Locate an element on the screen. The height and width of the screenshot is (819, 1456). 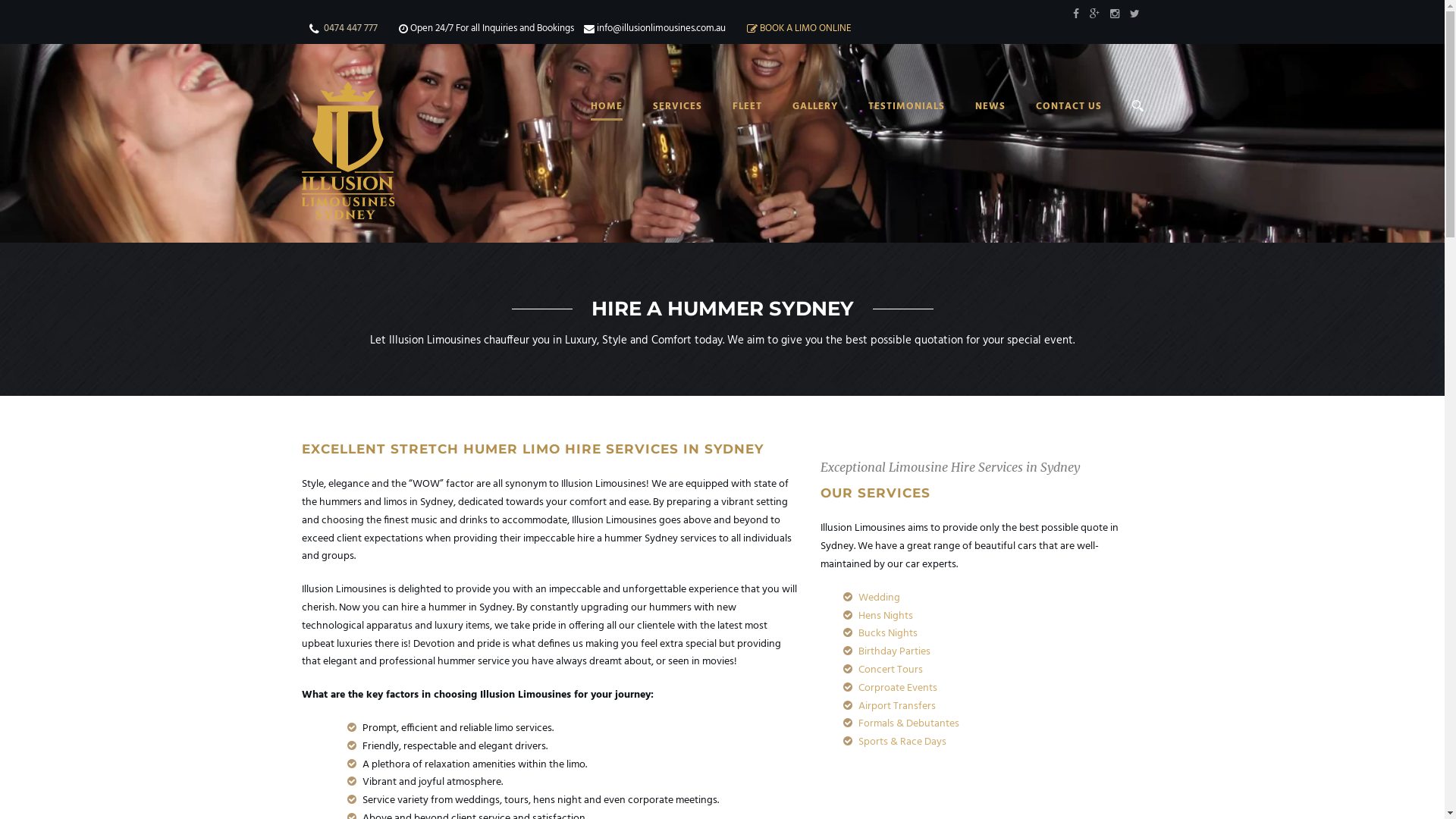
'Formals & Debutantes' is located at coordinates (858, 723).